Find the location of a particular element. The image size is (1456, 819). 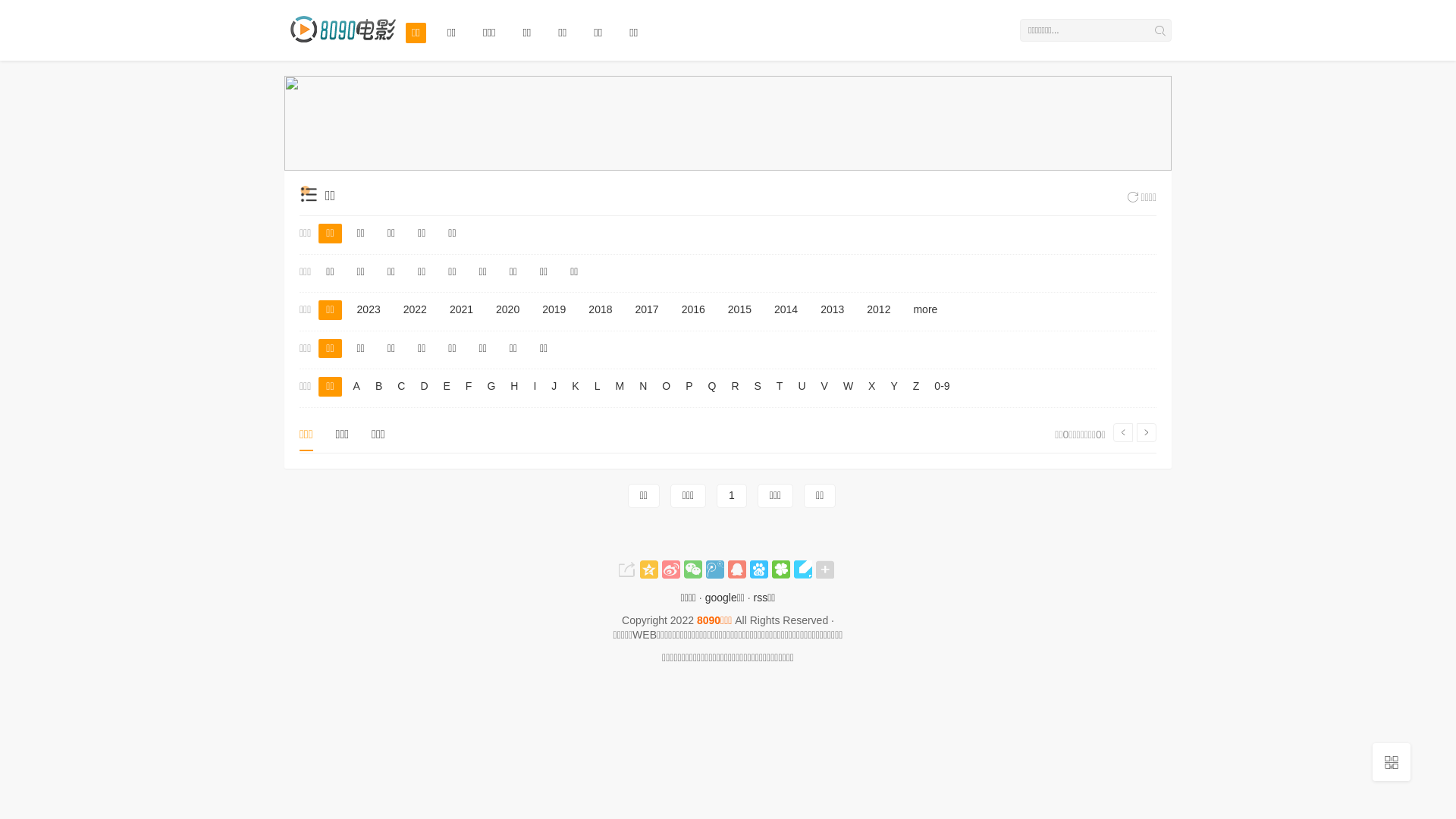

'A' is located at coordinates (348, 385).